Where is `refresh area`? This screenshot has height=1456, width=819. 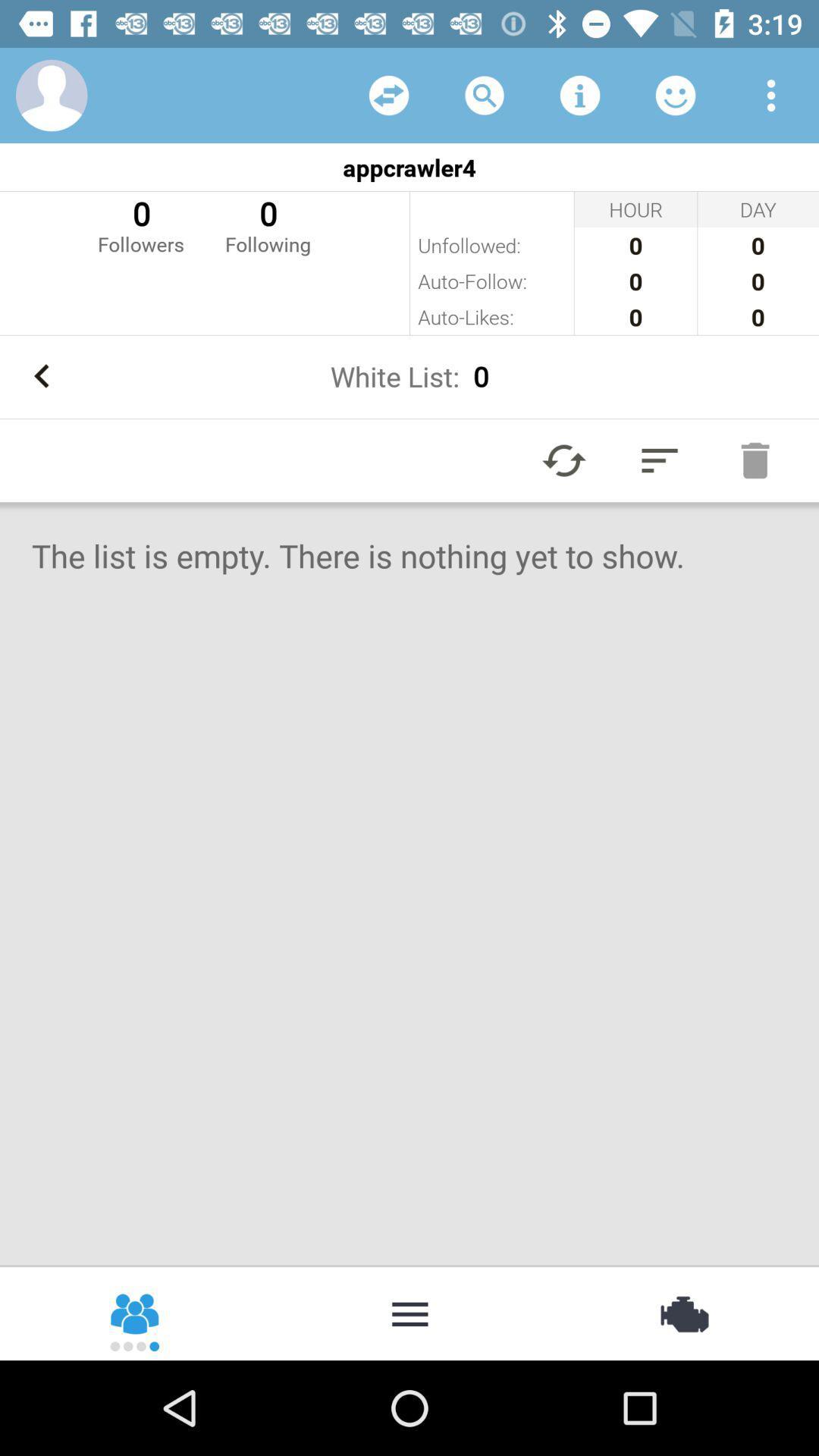 refresh area is located at coordinates (388, 94).